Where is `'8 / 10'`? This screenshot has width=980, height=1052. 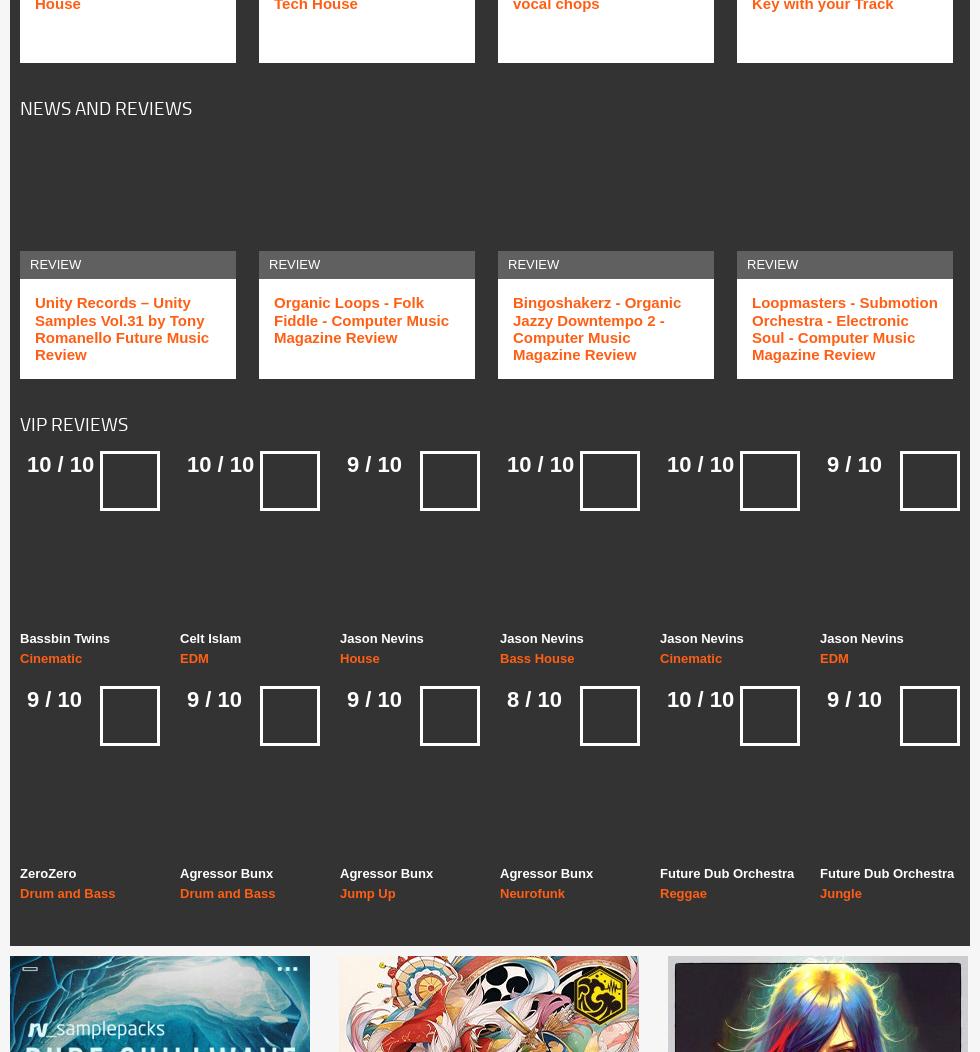 '8 / 10' is located at coordinates (534, 698).